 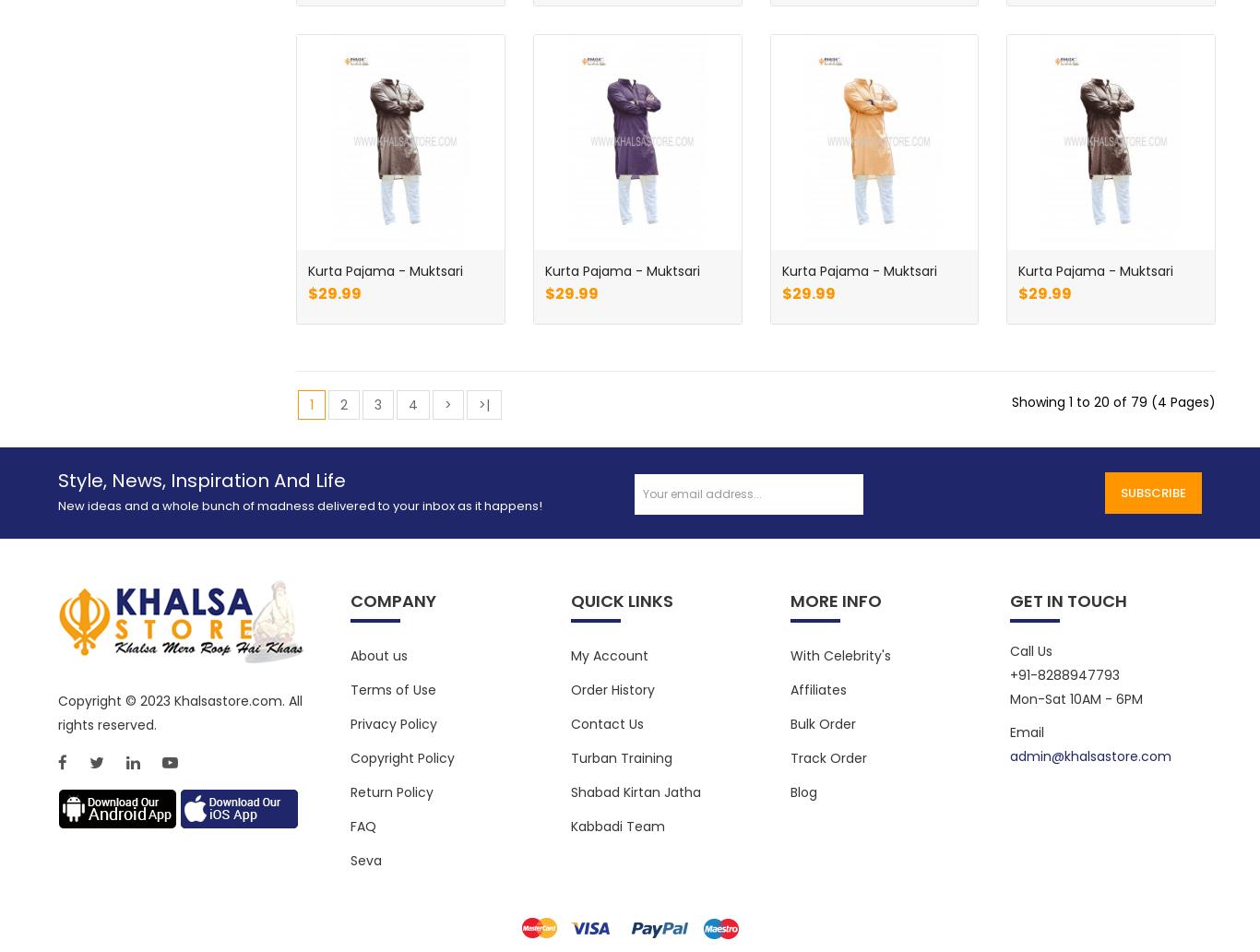 I want to click on 'Terms of Use', so click(x=392, y=688).